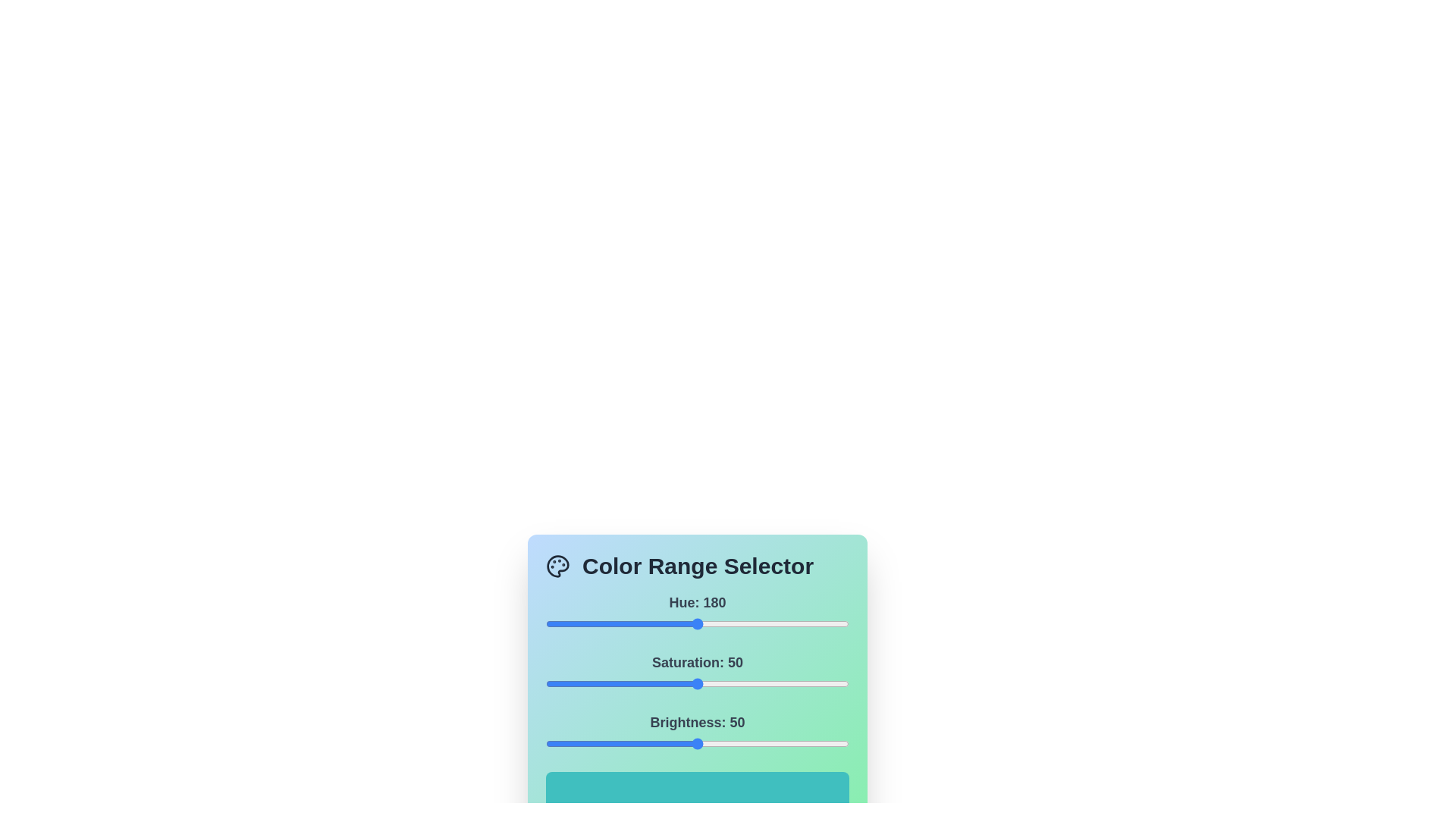 The height and width of the screenshot is (819, 1456). What do you see at coordinates (814, 684) in the screenshot?
I see `the saturation slider to set the saturation value to 89` at bounding box center [814, 684].